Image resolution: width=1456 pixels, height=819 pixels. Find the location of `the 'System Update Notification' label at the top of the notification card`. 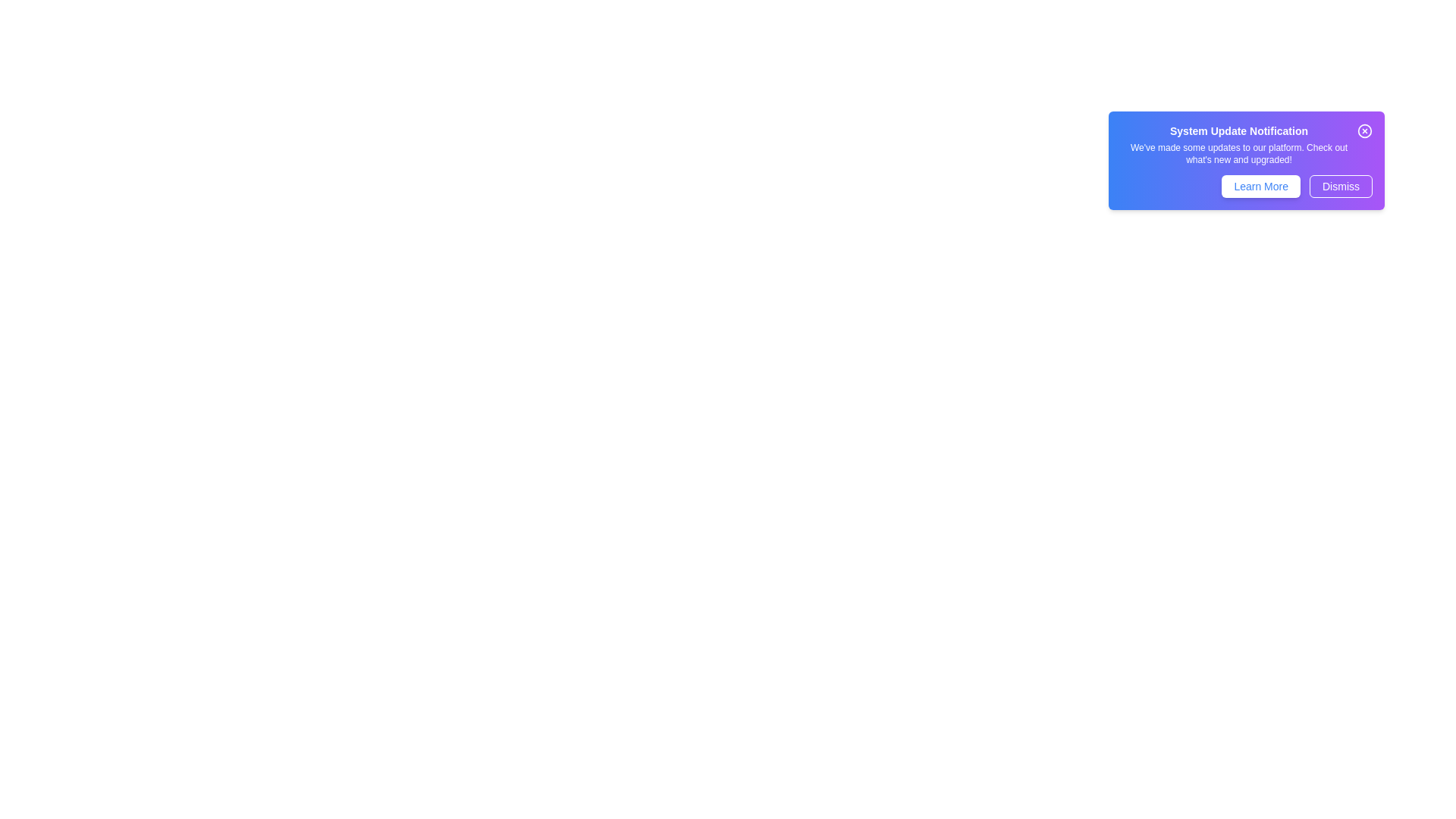

the 'System Update Notification' label at the top of the notification card is located at coordinates (1238, 130).